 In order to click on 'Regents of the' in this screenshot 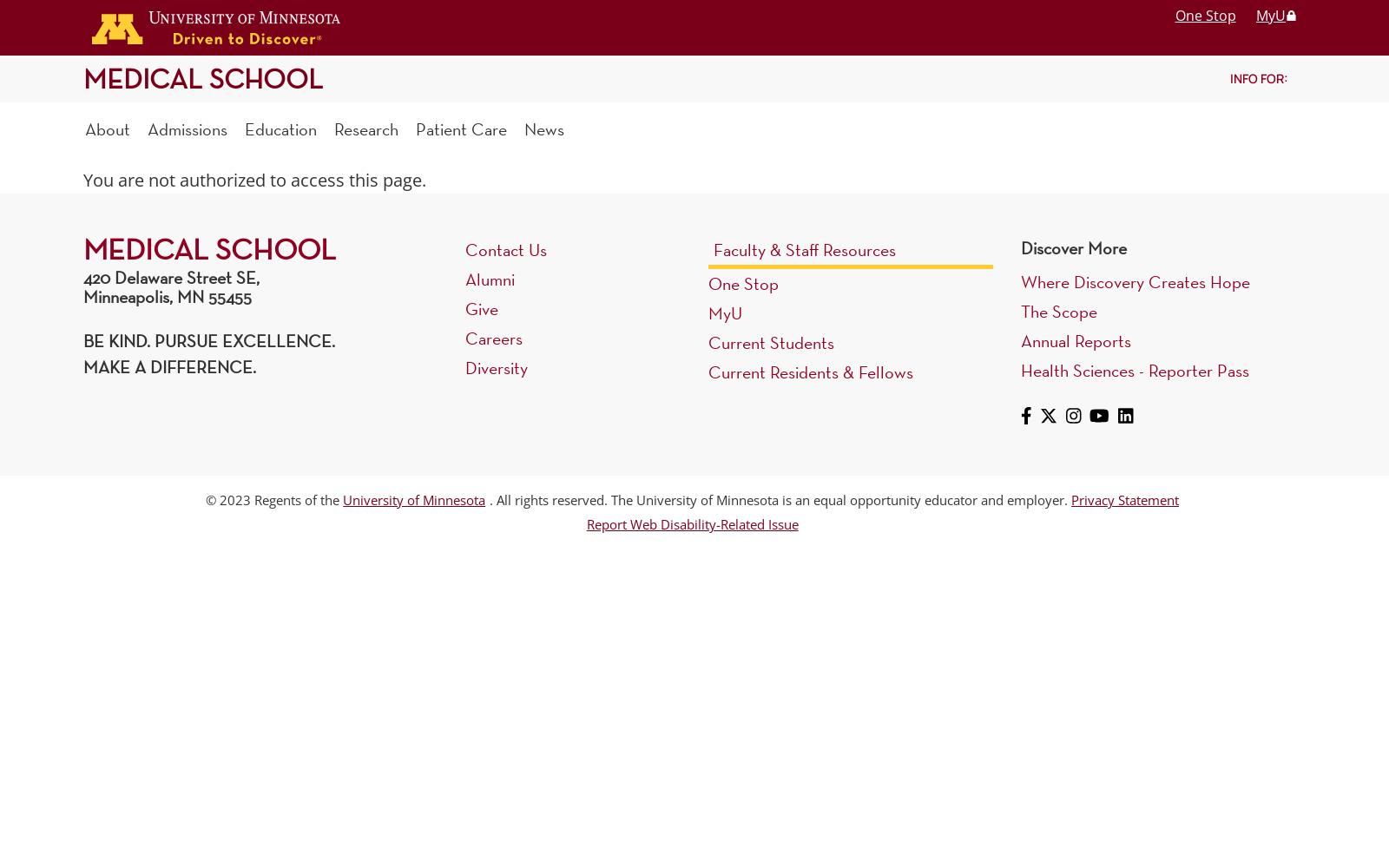, I will do `click(250, 499)`.